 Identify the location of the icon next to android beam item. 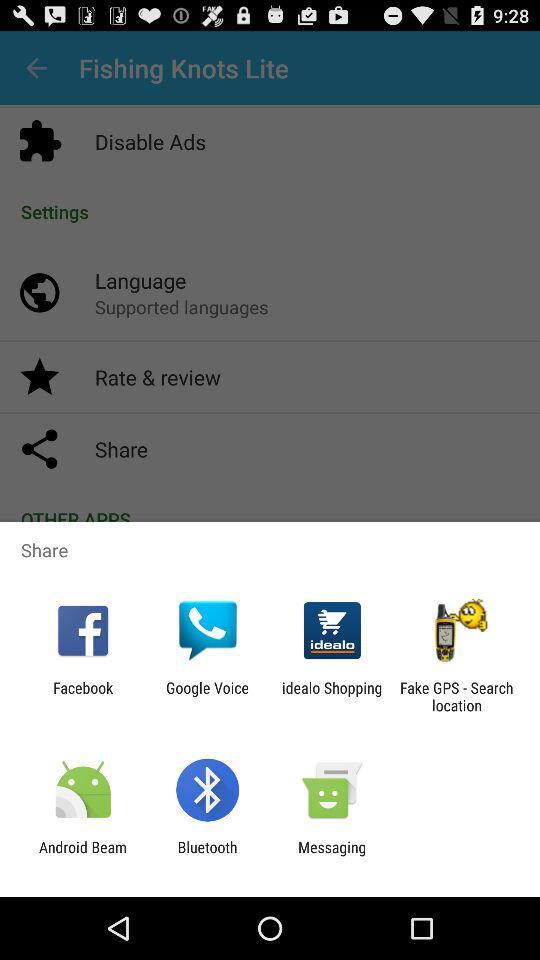
(206, 855).